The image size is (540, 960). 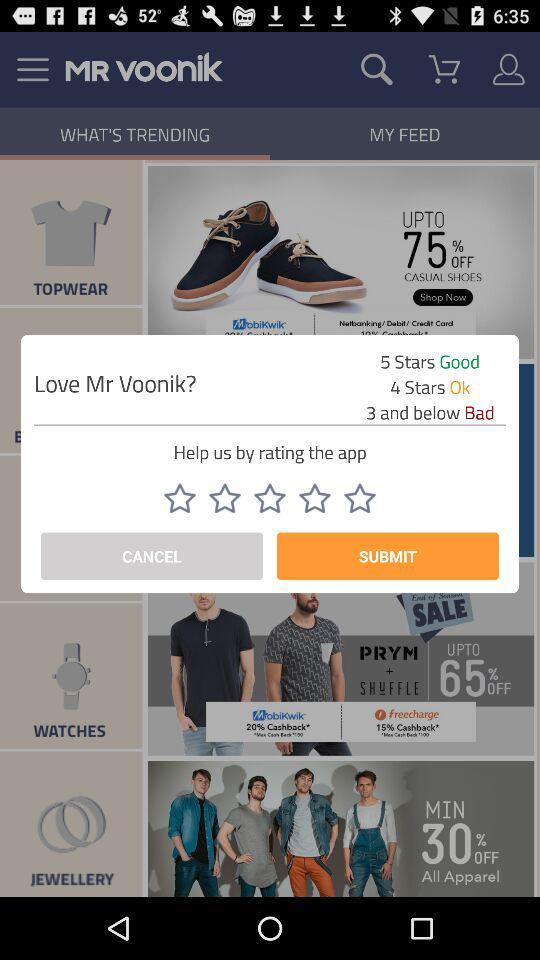 I want to click on icon below help us by, so click(x=224, y=497).